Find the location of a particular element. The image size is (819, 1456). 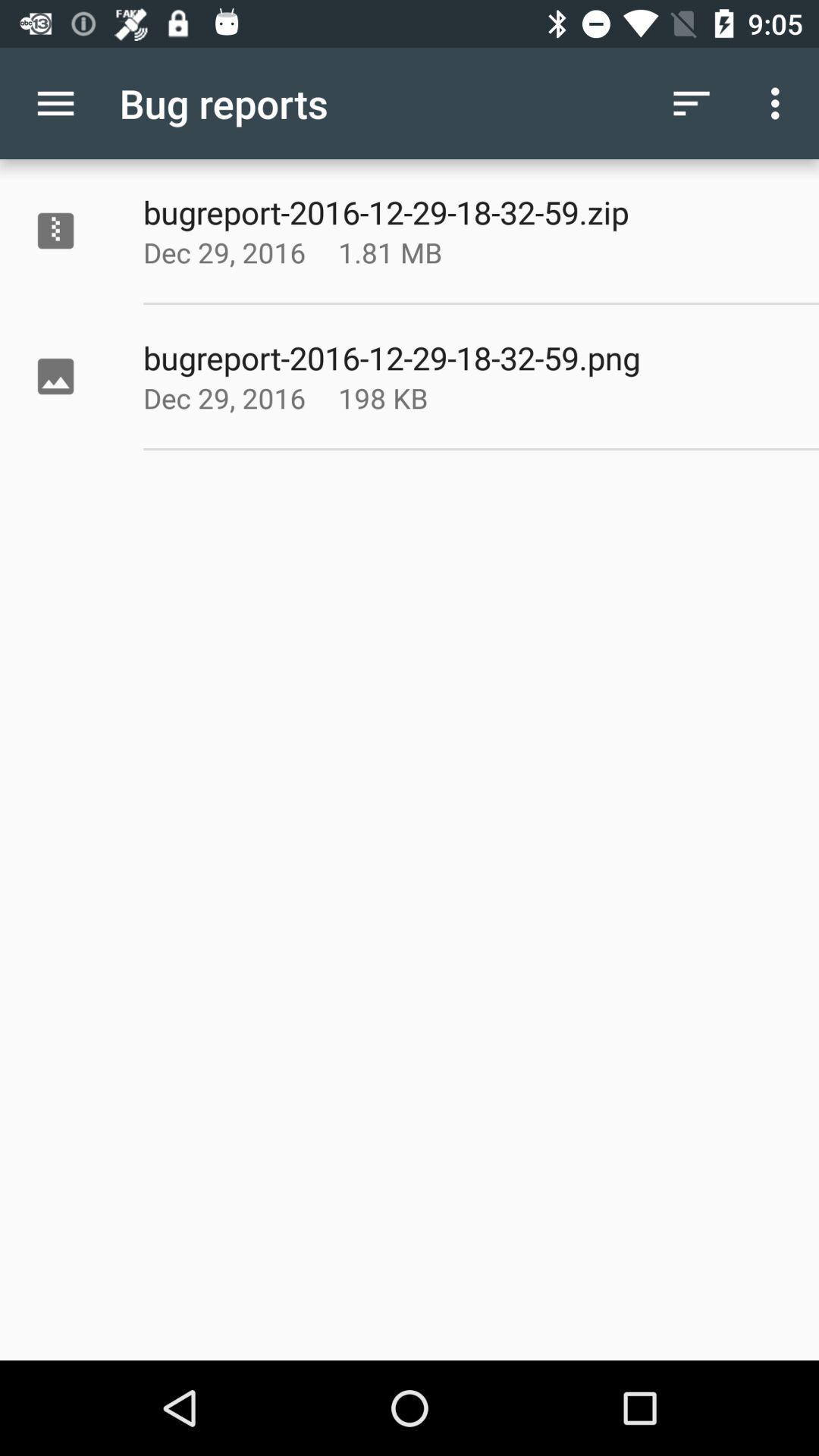

198 kb is located at coordinates (428, 397).